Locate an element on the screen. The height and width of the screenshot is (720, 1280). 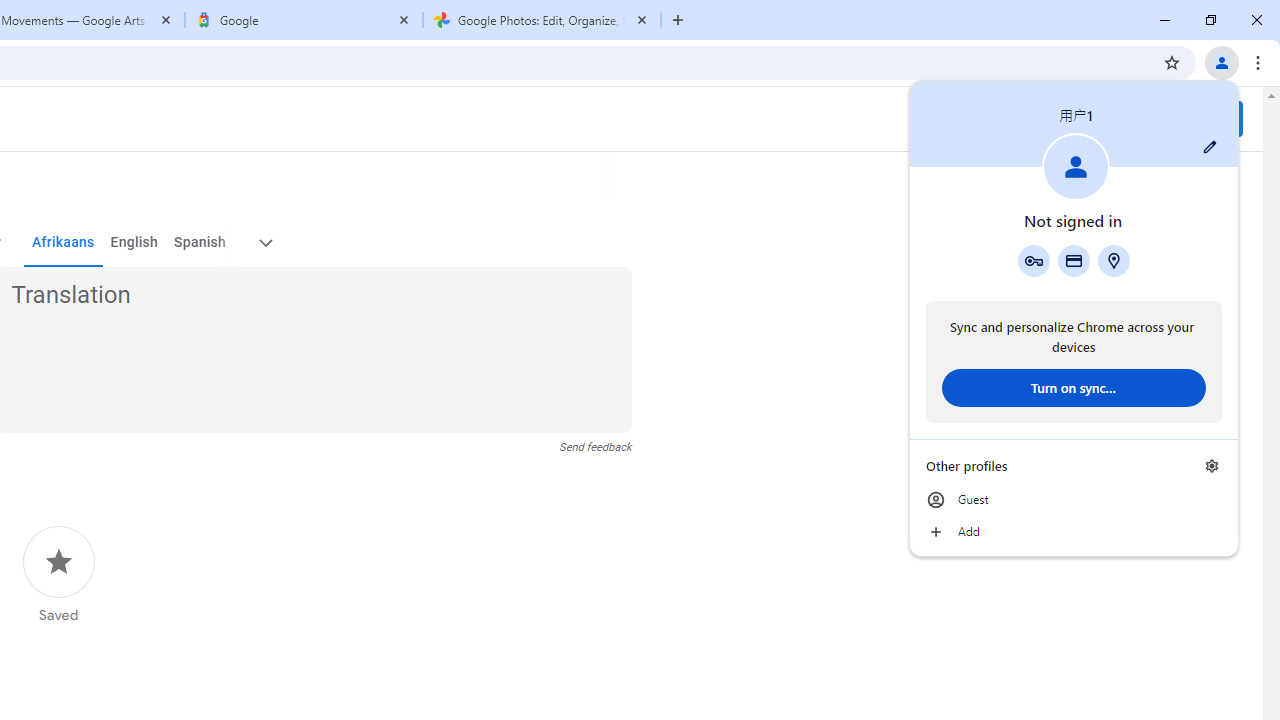
'Payment methods' is located at coordinates (1073, 260).